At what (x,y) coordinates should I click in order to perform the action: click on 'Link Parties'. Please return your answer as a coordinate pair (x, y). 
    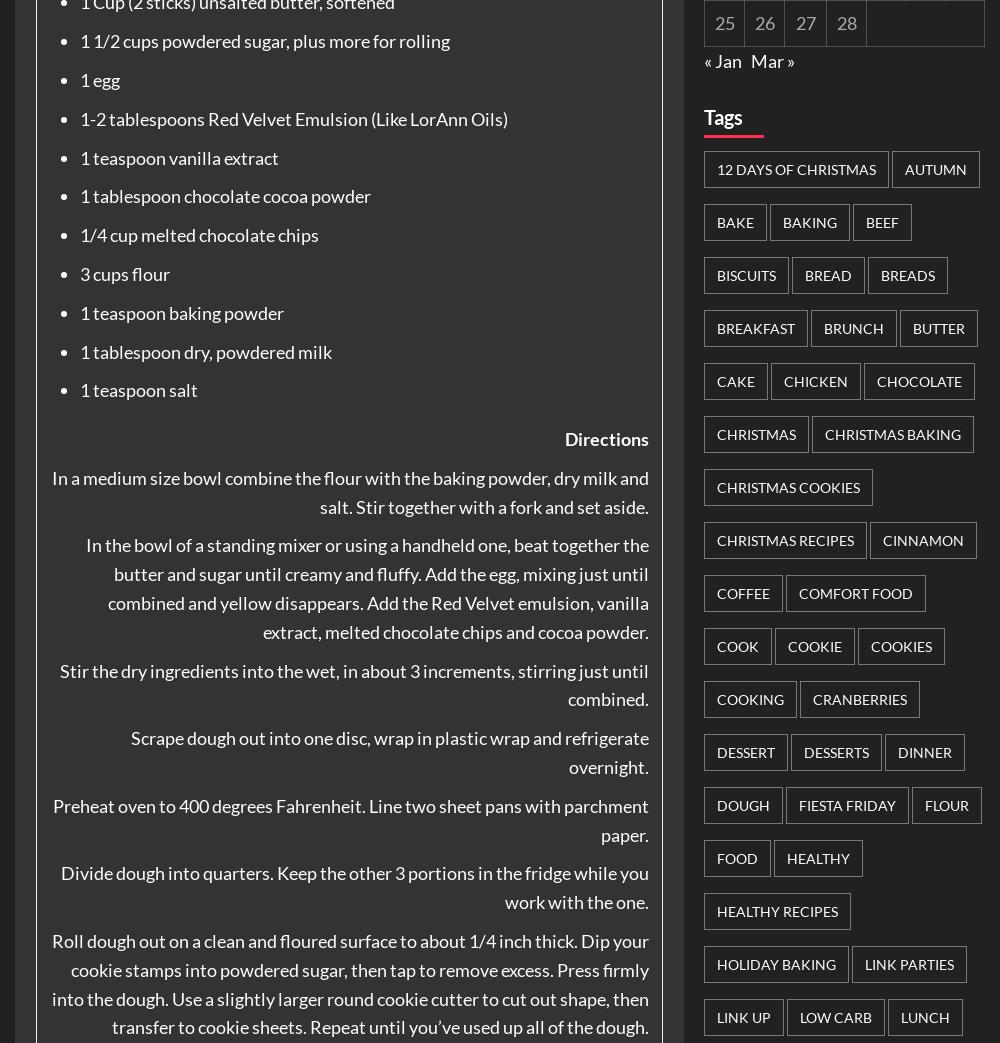
    Looking at the image, I should click on (864, 962).